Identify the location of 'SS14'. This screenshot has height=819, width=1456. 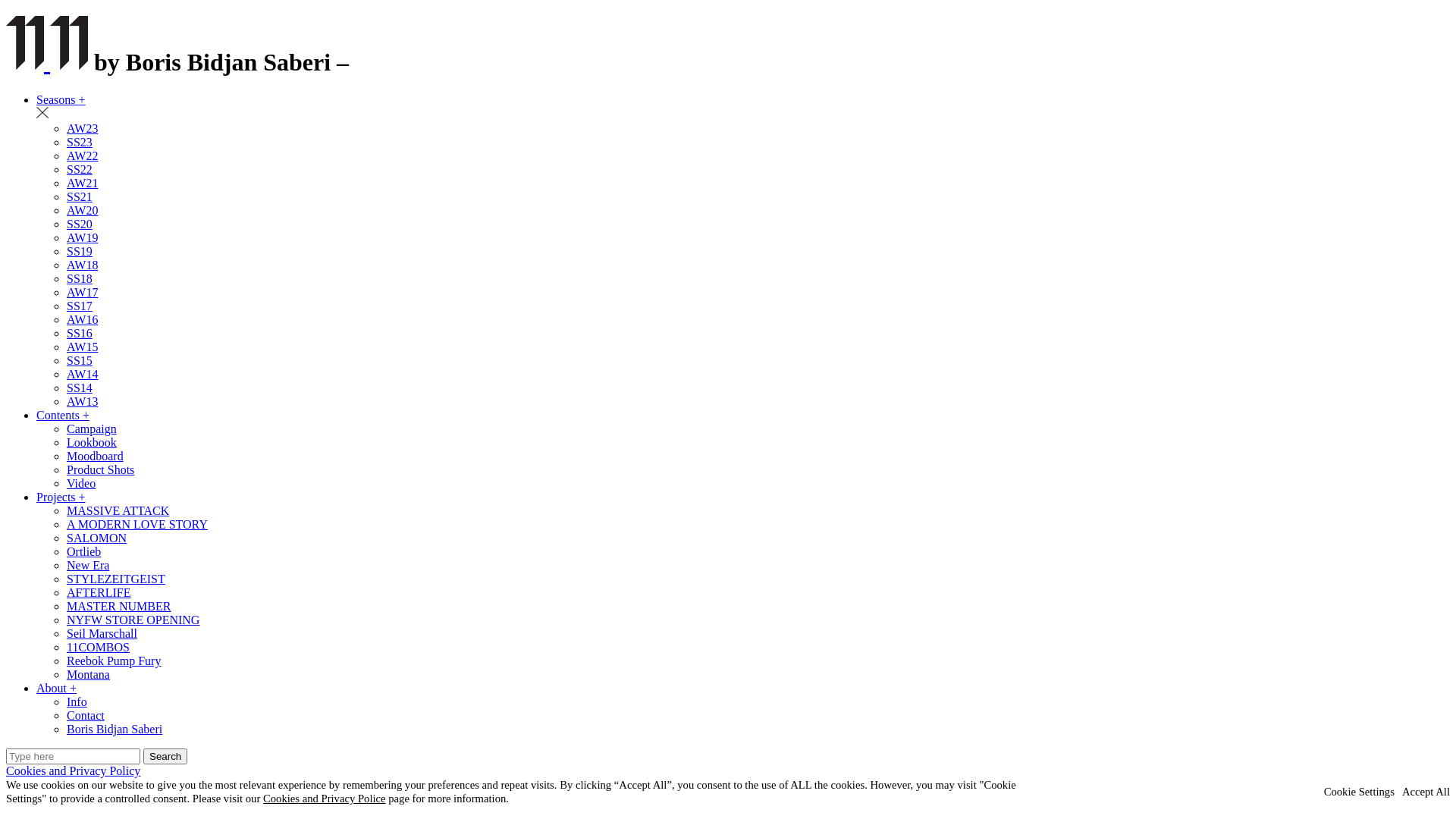
(79, 387).